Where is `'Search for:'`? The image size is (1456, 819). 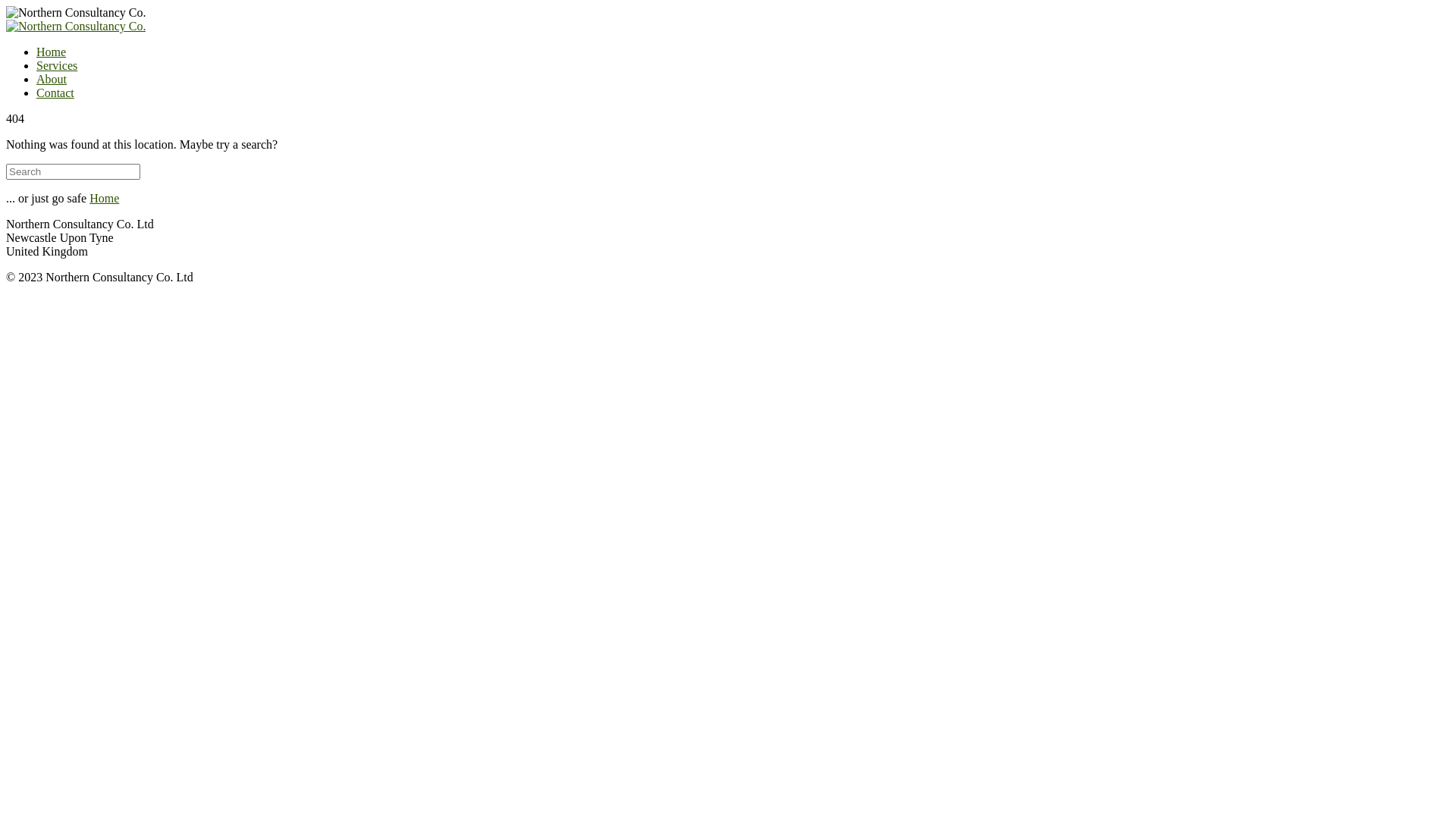
'Search for:' is located at coordinates (72, 171).